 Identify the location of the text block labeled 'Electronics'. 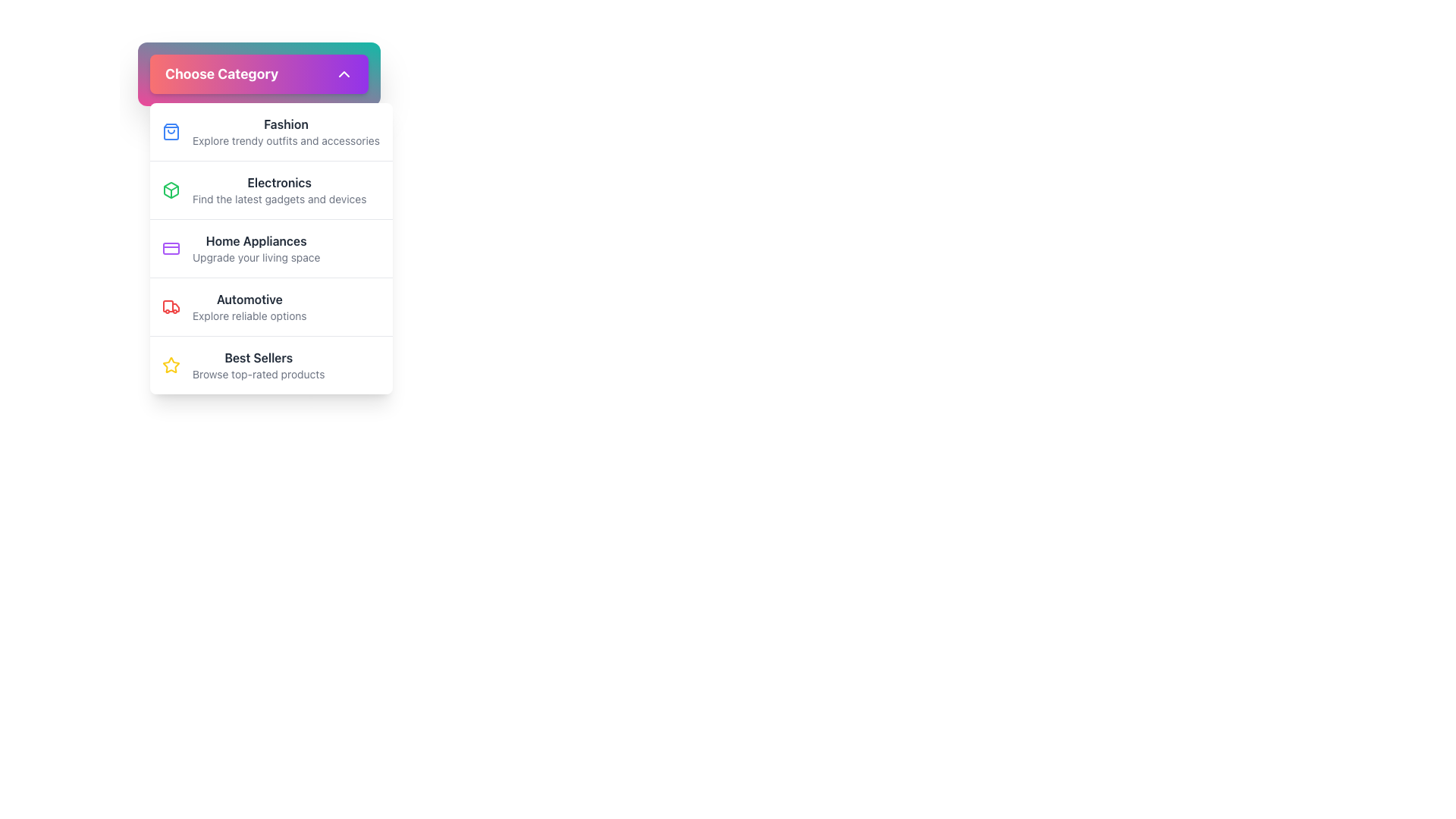
(279, 189).